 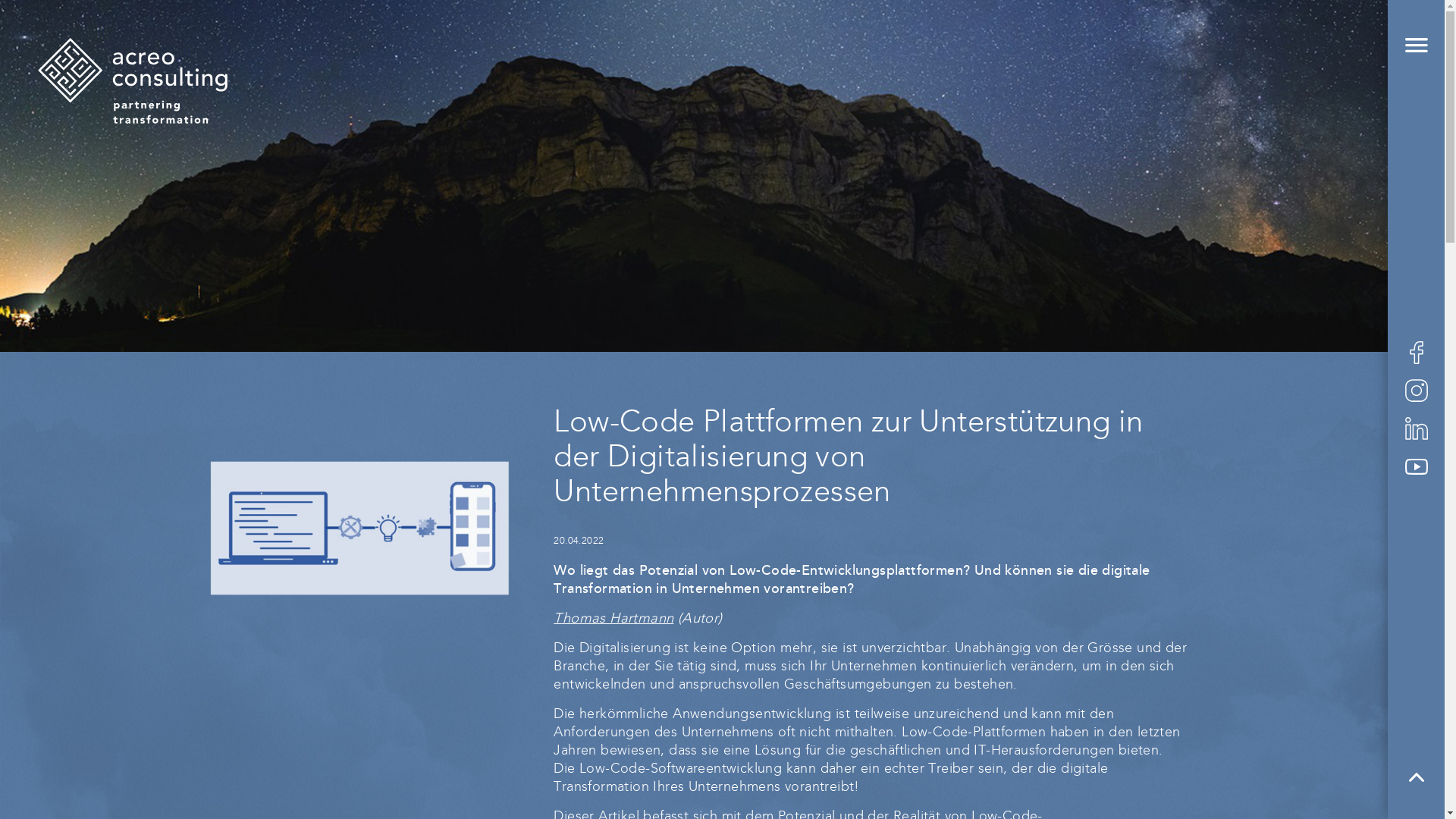 I want to click on 'Thomas Hartmann', so click(x=613, y=618).